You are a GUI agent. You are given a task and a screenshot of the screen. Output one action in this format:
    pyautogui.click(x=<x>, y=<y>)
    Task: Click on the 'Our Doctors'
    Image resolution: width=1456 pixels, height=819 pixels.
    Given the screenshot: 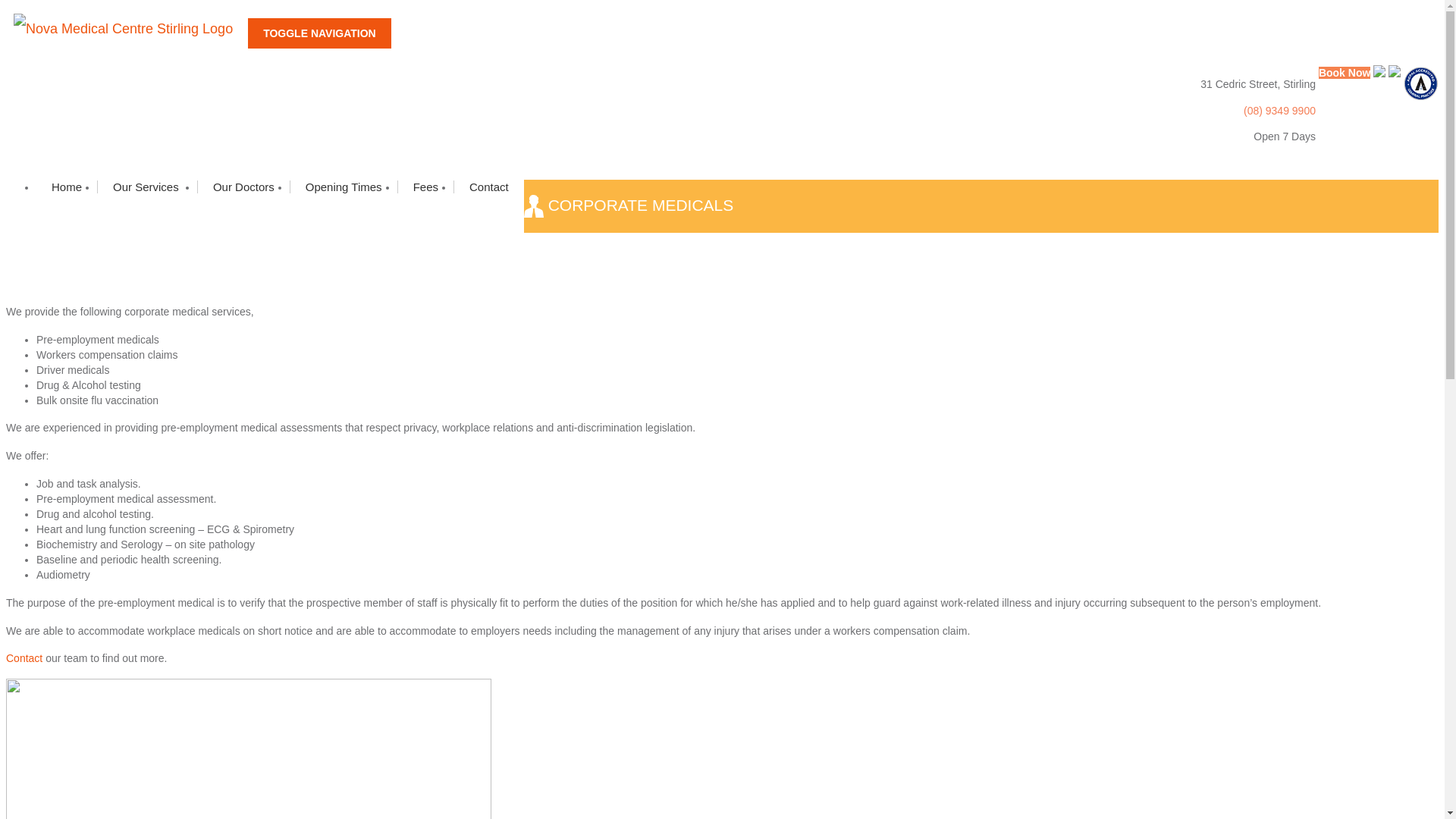 What is the action you would take?
    pyautogui.click(x=243, y=186)
    